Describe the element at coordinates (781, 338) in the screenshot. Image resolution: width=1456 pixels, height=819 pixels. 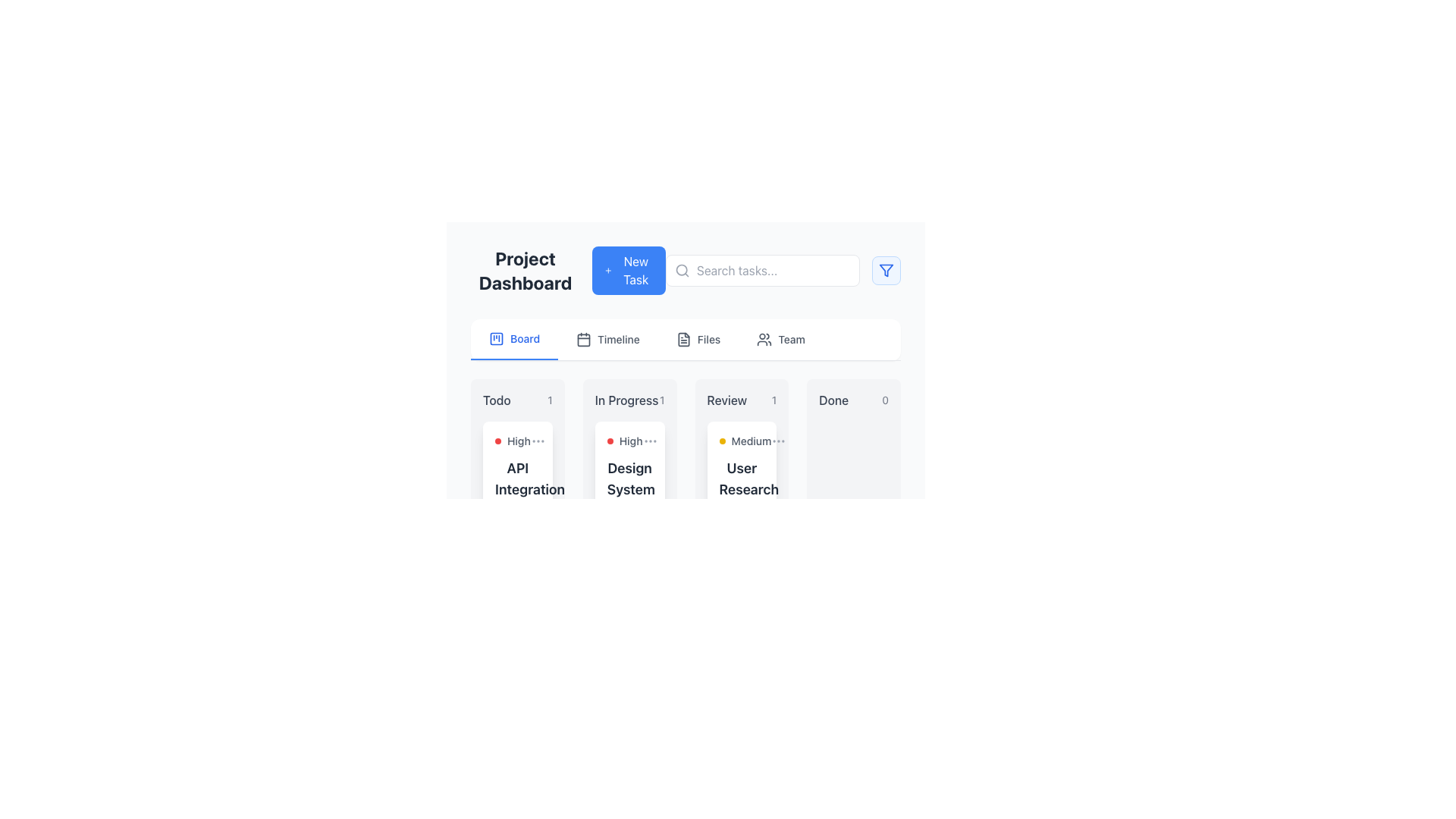
I see `the 'Team' button in the navigation menu` at that location.